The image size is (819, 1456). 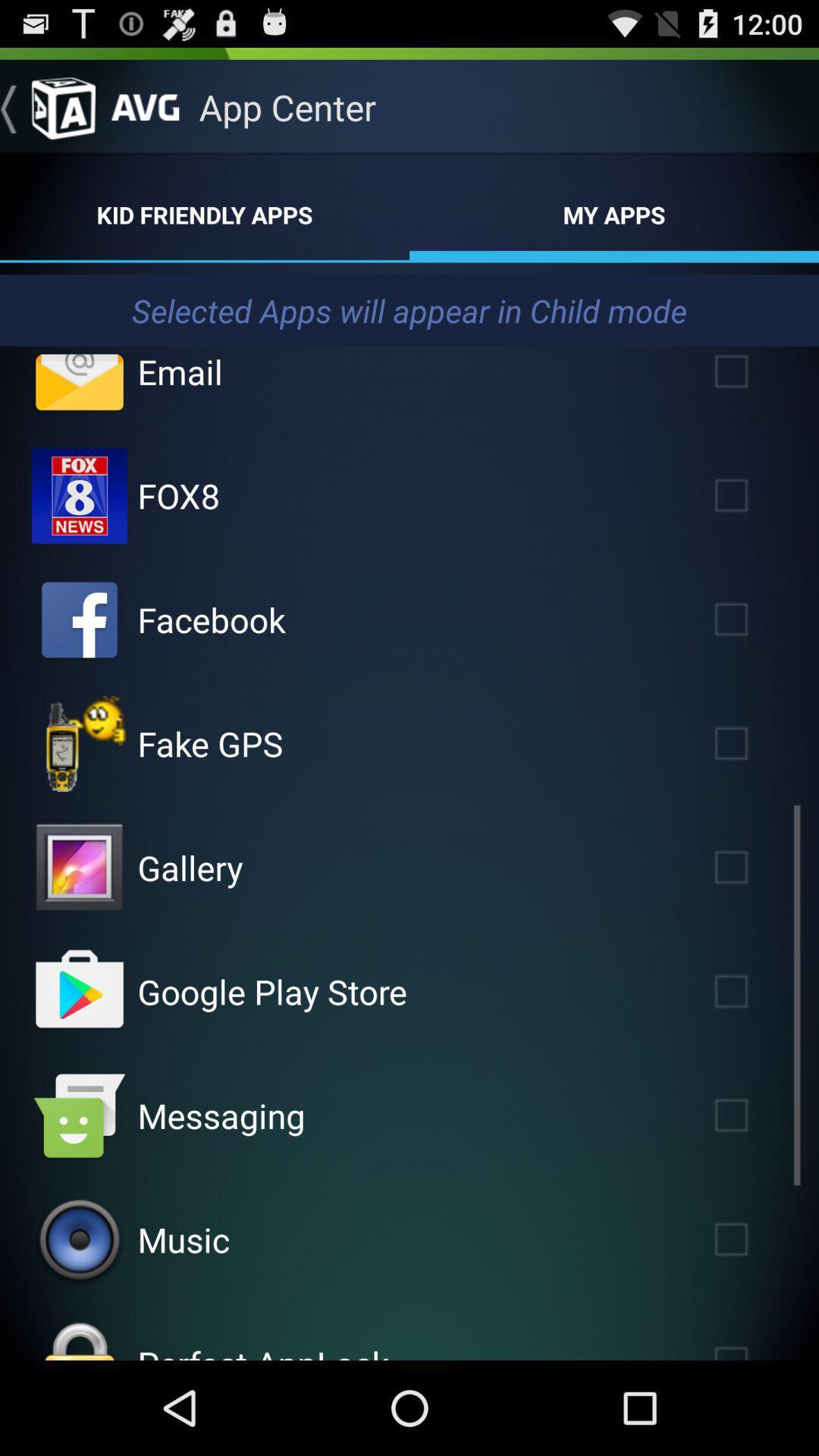 What do you see at coordinates (753, 495) in the screenshot?
I see `check fox8 selection` at bounding box center [753, 495].